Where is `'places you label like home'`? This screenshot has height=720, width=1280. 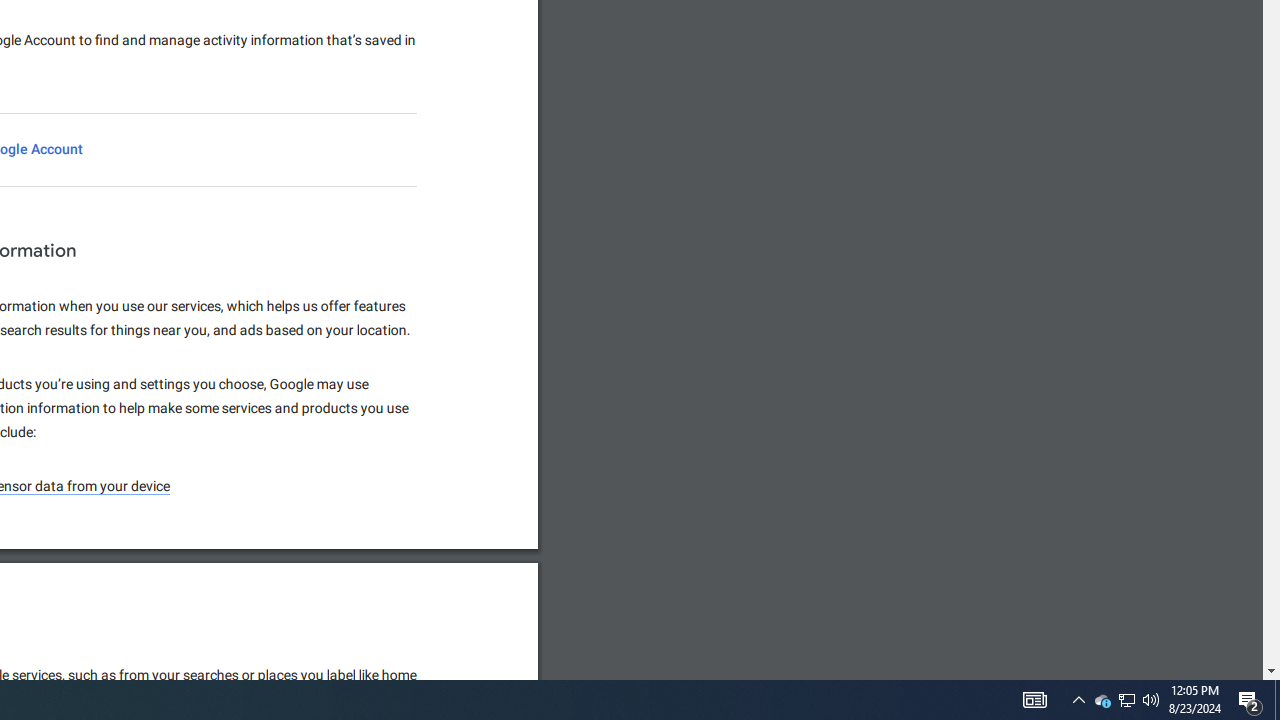
'places you label like home' is located at coordinates (338, 675).